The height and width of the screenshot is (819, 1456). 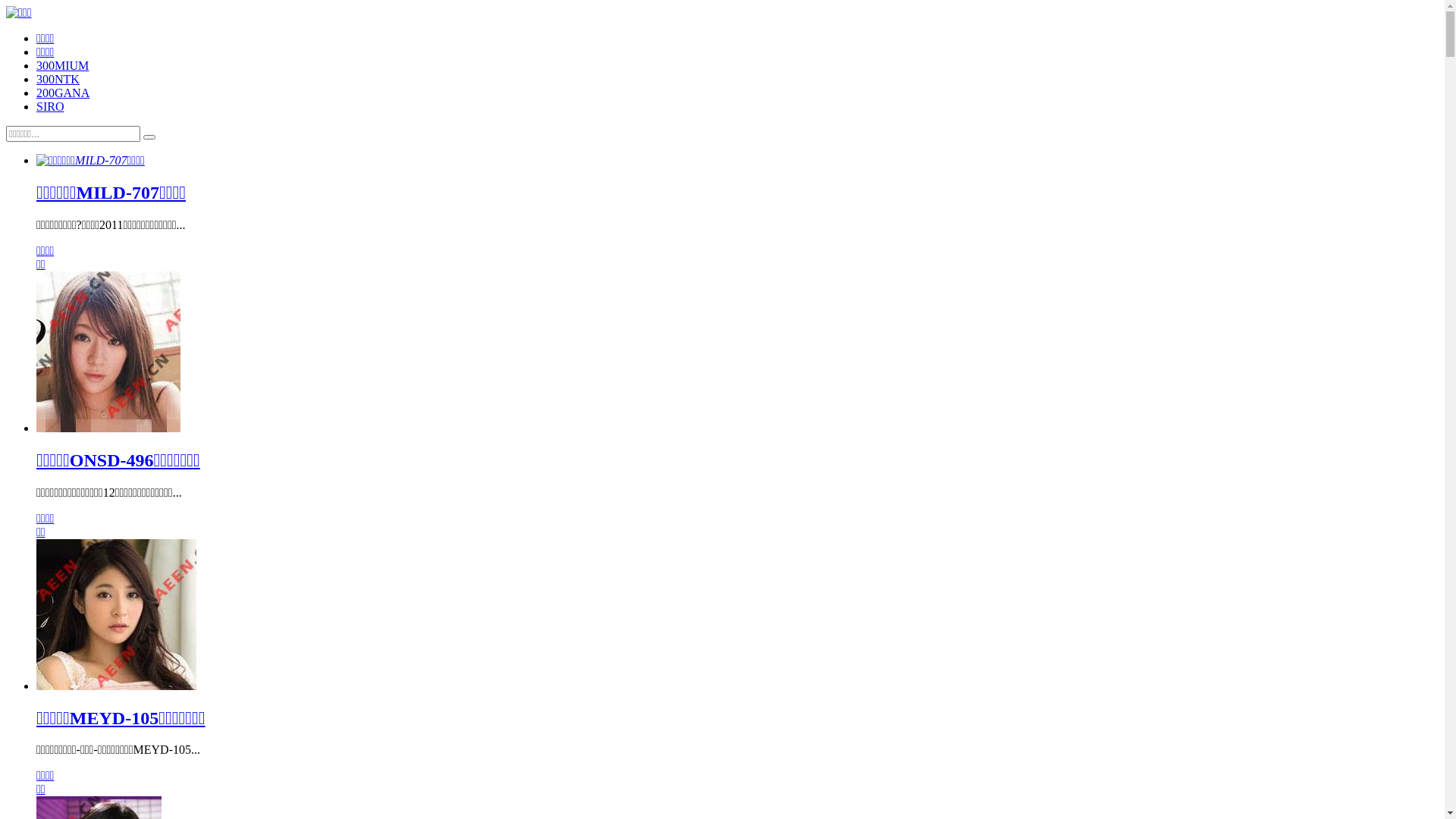 I want to click on '300MIUM', so click(x=61, y=64).